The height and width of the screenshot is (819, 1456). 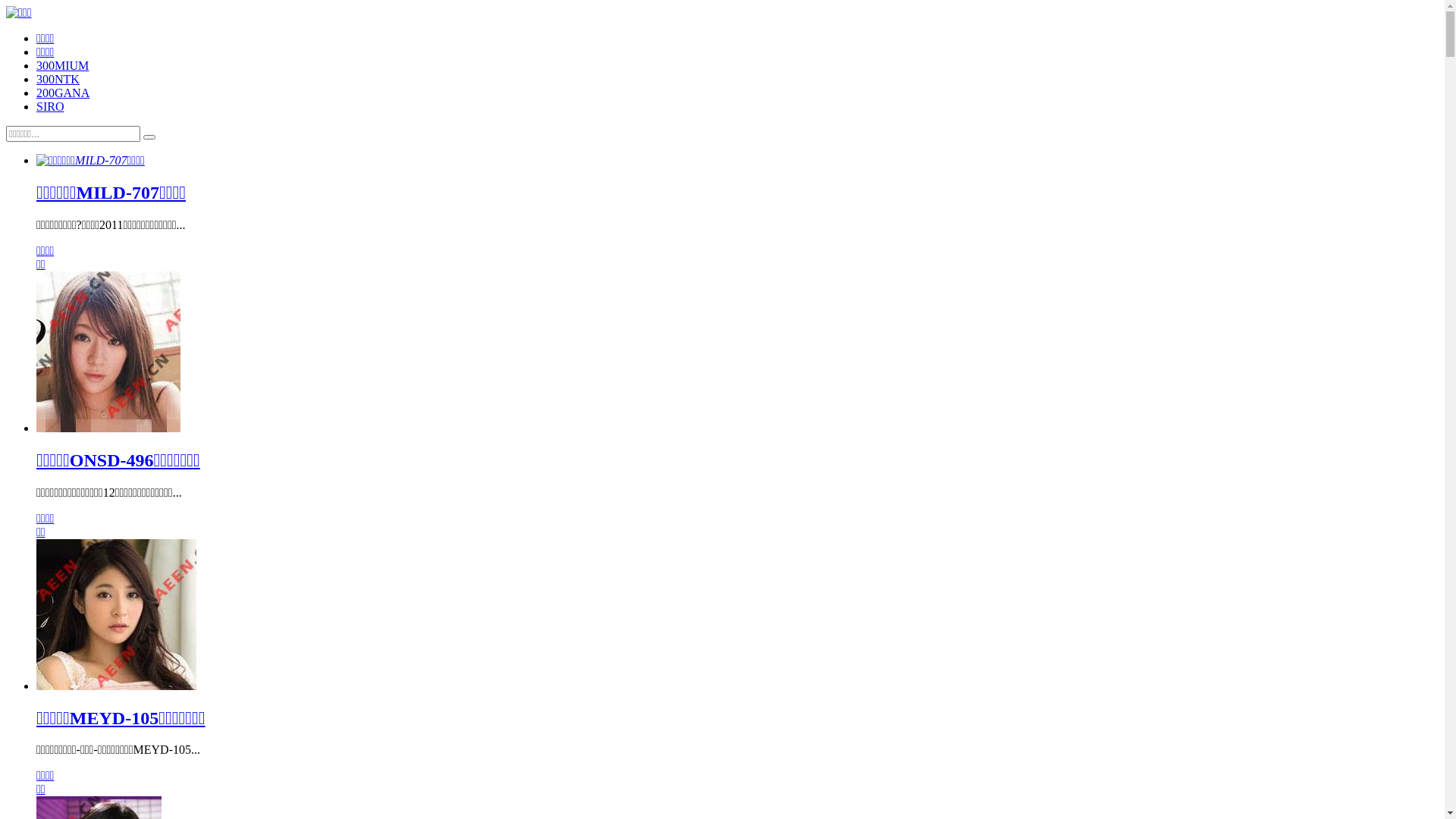 I want to click on '300MIUM', so click(x=61, y=64).